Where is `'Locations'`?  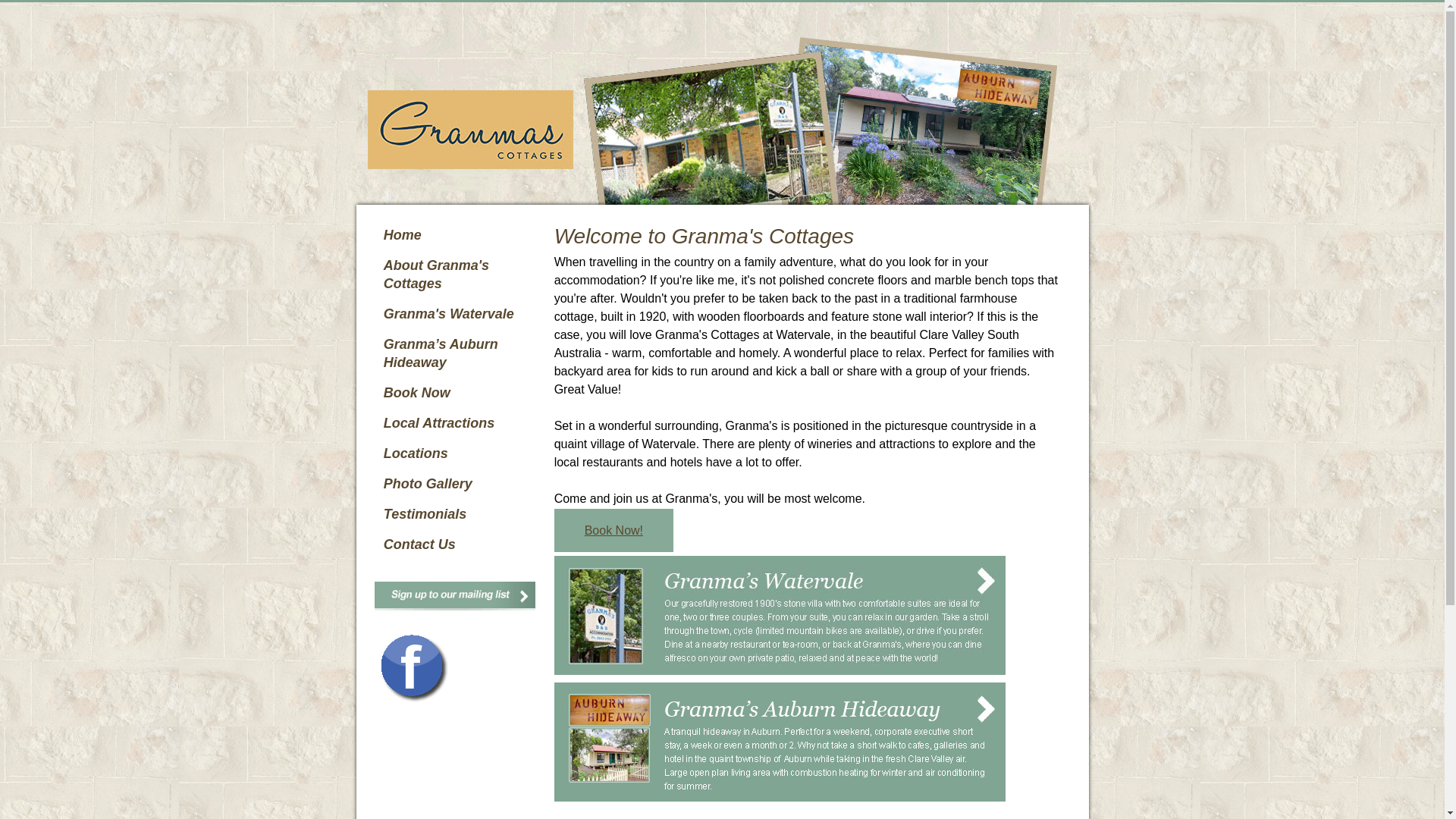
'Locations' is located at coordinates (457, 452).